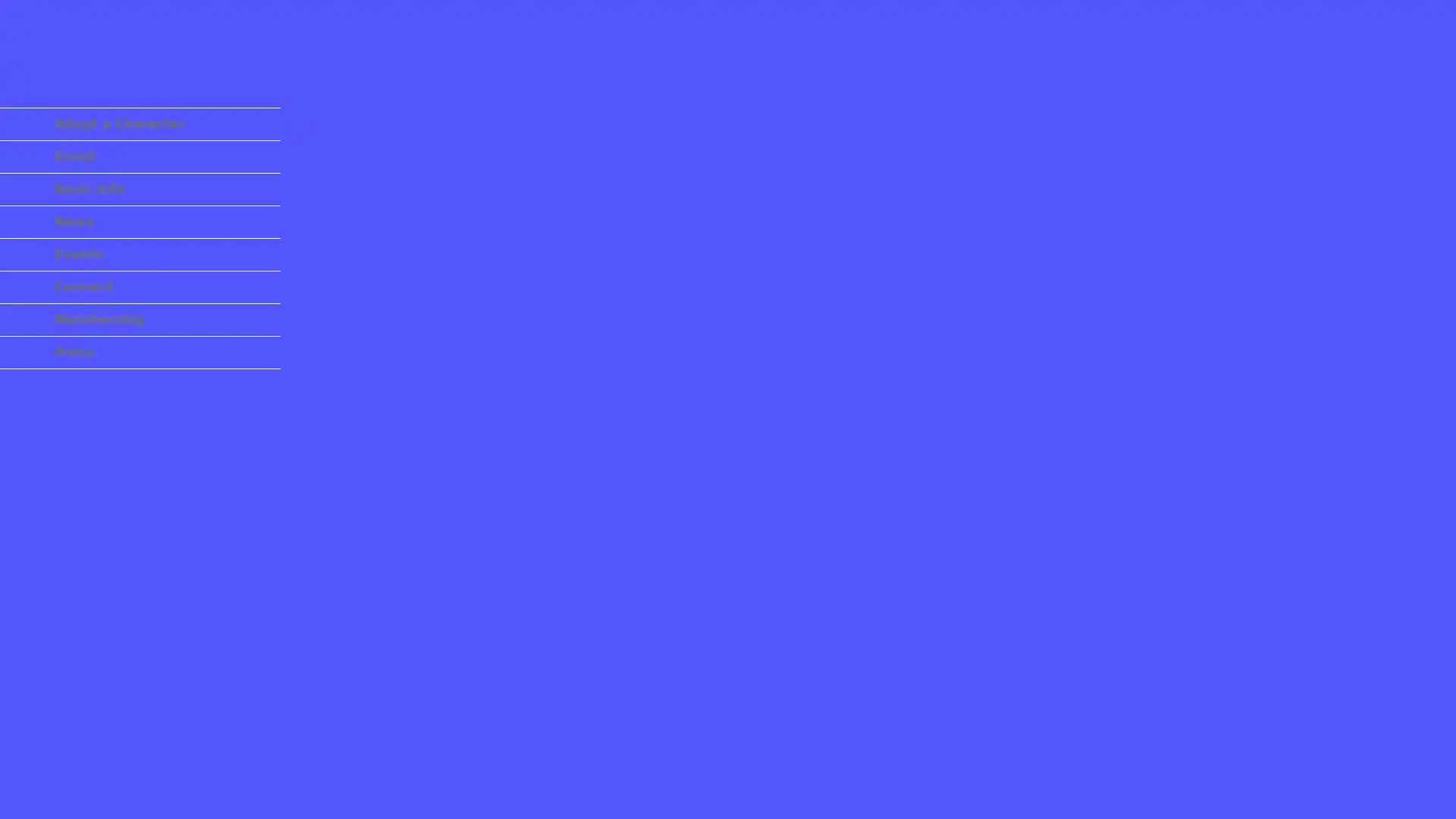 This screenshot has width=1456, height=819. I want to click on U+2721, so click(1045, 171).